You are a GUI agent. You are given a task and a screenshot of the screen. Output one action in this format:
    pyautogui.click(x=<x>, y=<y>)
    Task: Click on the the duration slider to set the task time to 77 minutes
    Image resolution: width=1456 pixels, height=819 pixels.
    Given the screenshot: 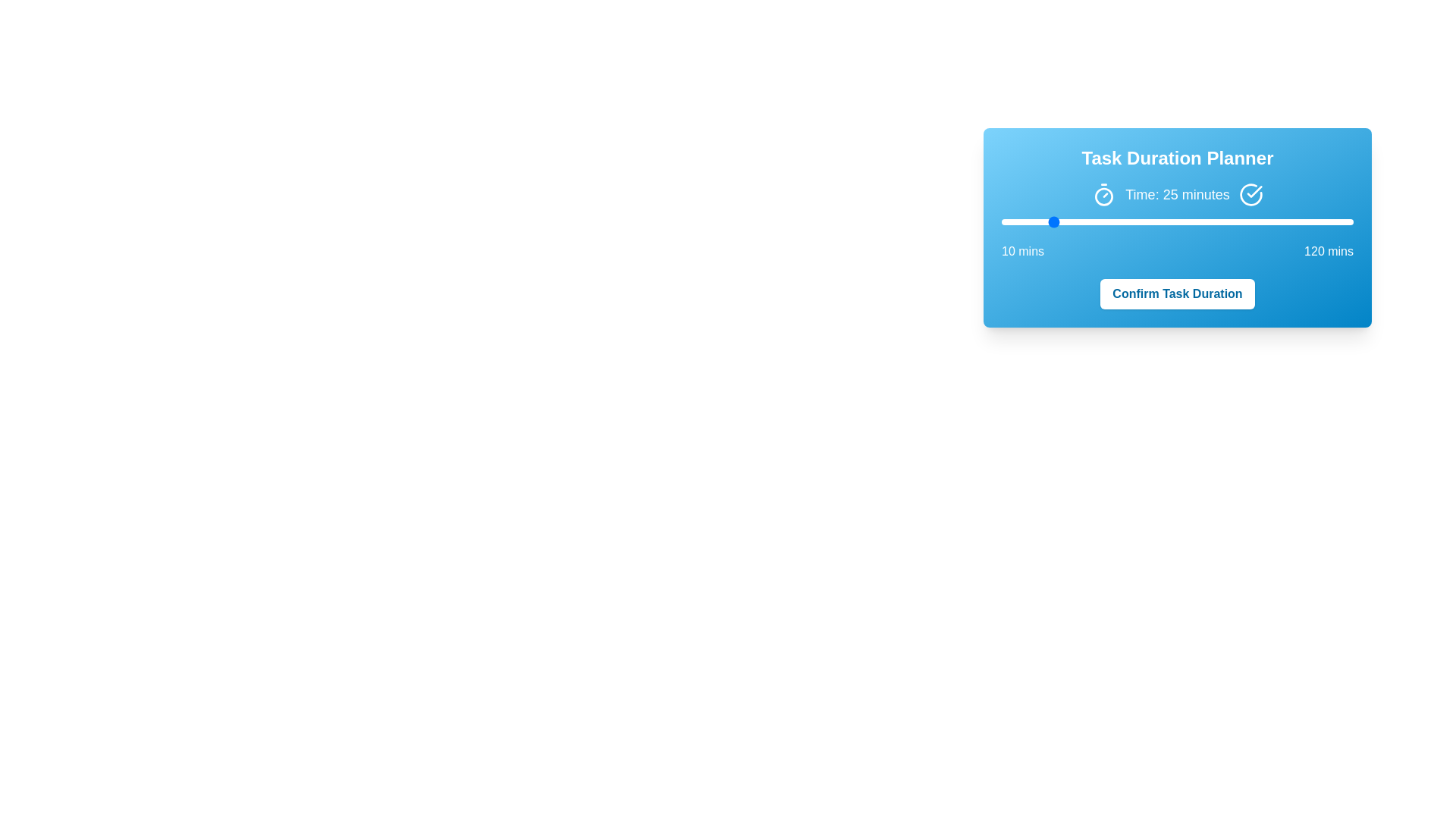 What is the action you would take?
    pyautogui.click(x=1216, y=222)
    